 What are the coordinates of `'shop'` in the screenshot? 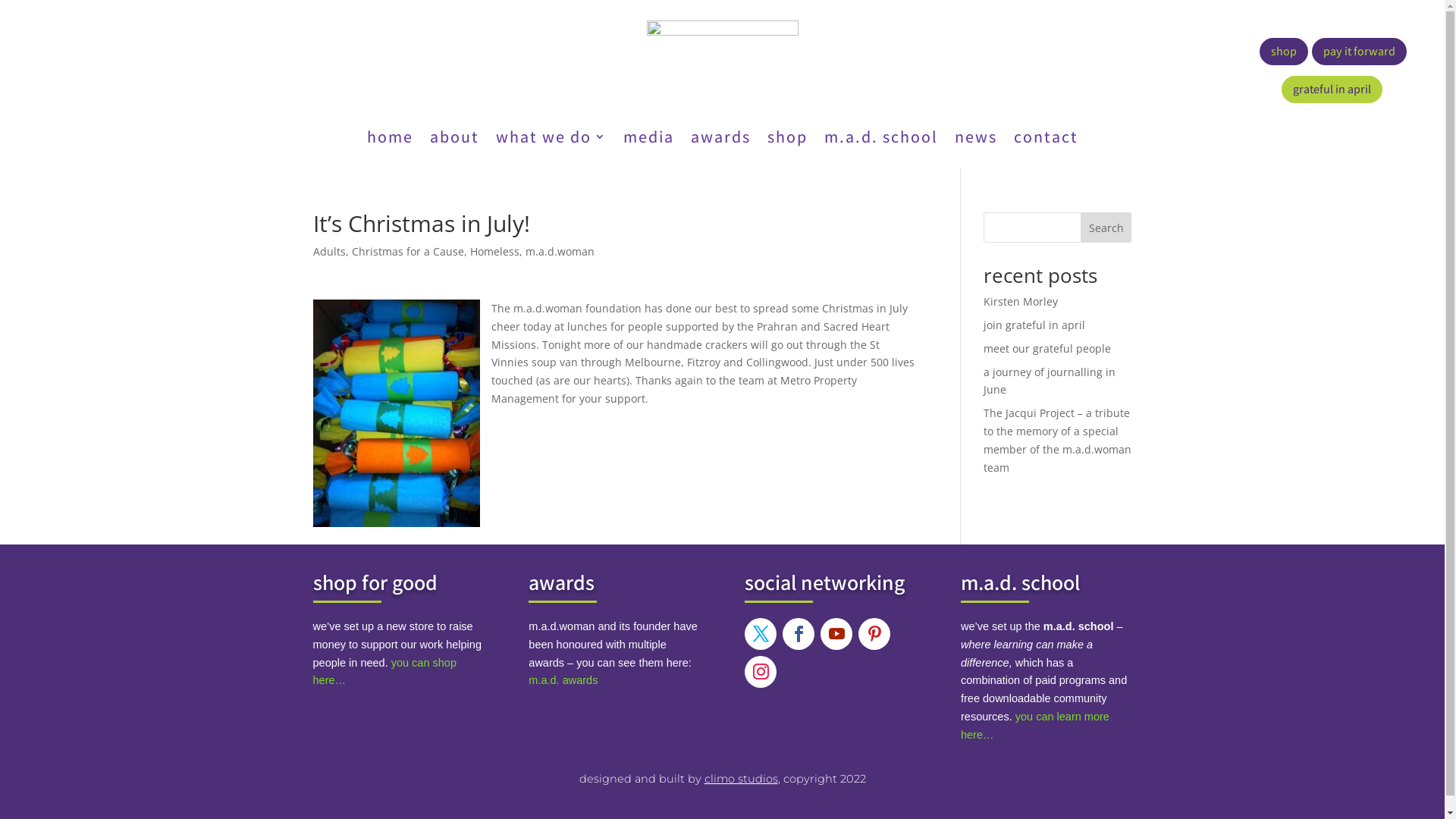 It's located at (1283, 51).